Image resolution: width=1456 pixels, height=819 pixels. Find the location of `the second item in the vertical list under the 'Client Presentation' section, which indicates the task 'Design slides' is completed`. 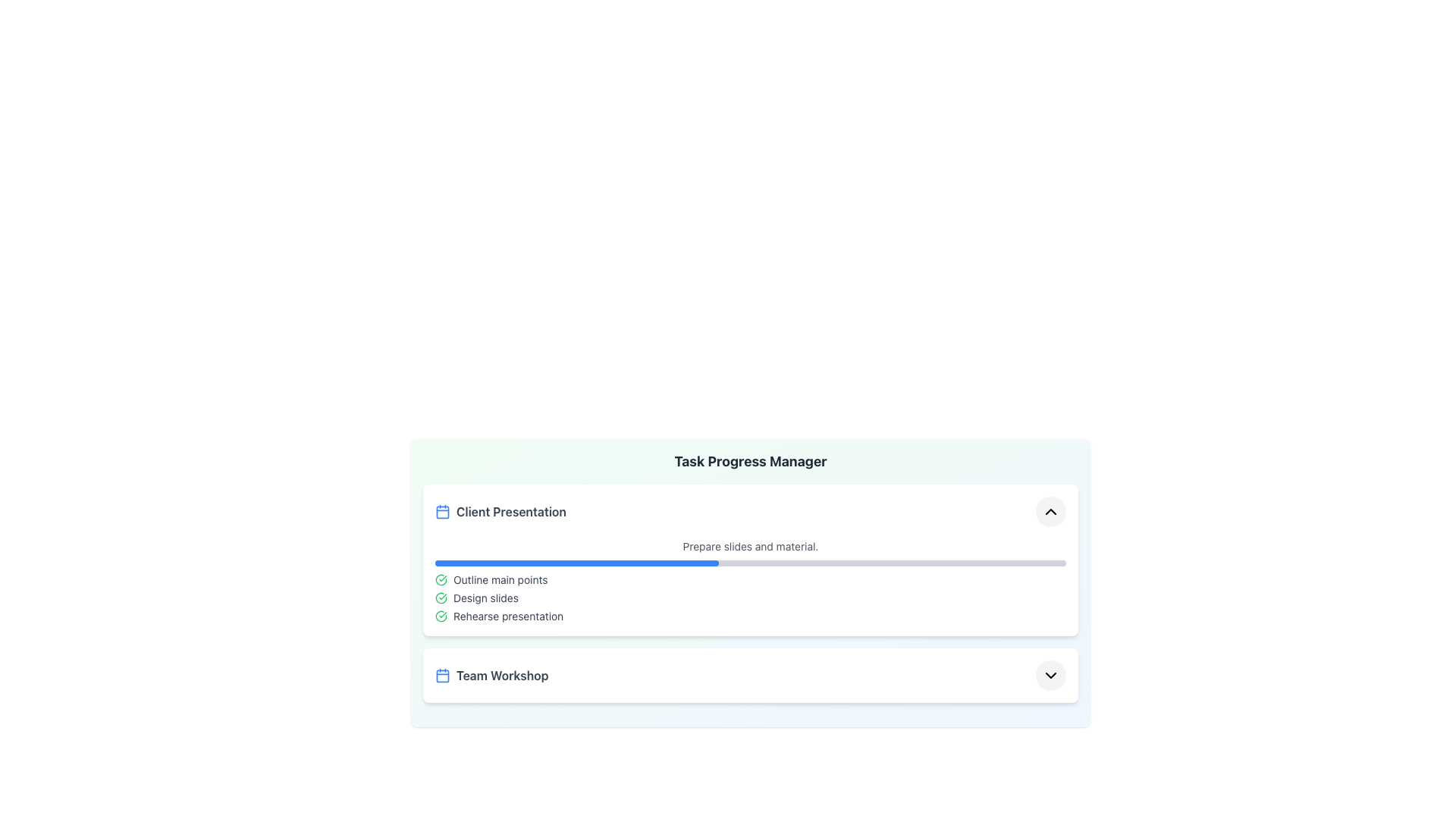

the second item in the vertical list under the 'Client Presentation' section, which indicates the task 'Design slides' is completed is located at coordinates (750, 598).